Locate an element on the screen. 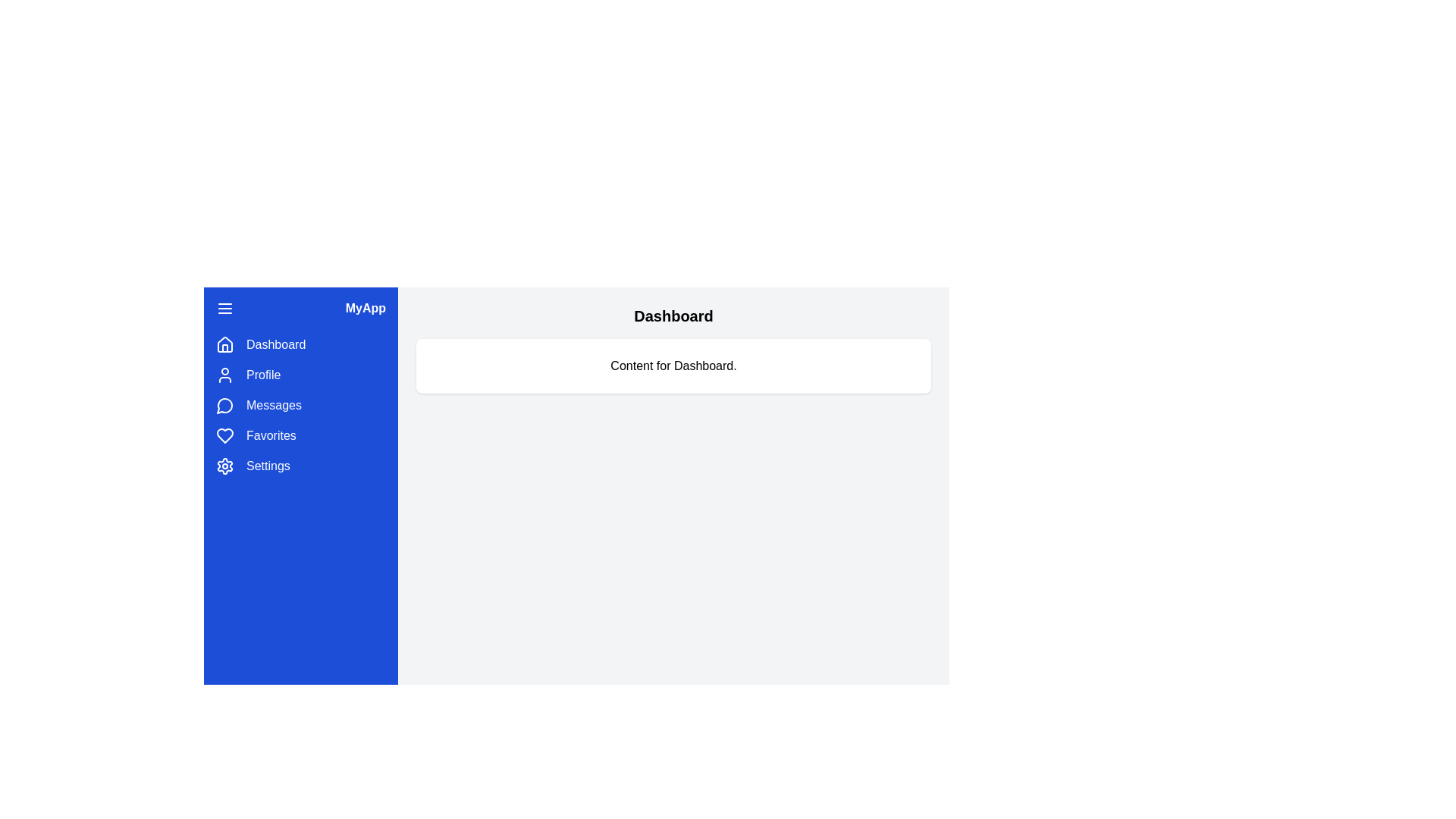 This screenshot has width=1456, height=819. the rectangular panel with rounded corners and a light gray background containing the text 'Content for Dashboard.' is located at coordinates (673, 366).